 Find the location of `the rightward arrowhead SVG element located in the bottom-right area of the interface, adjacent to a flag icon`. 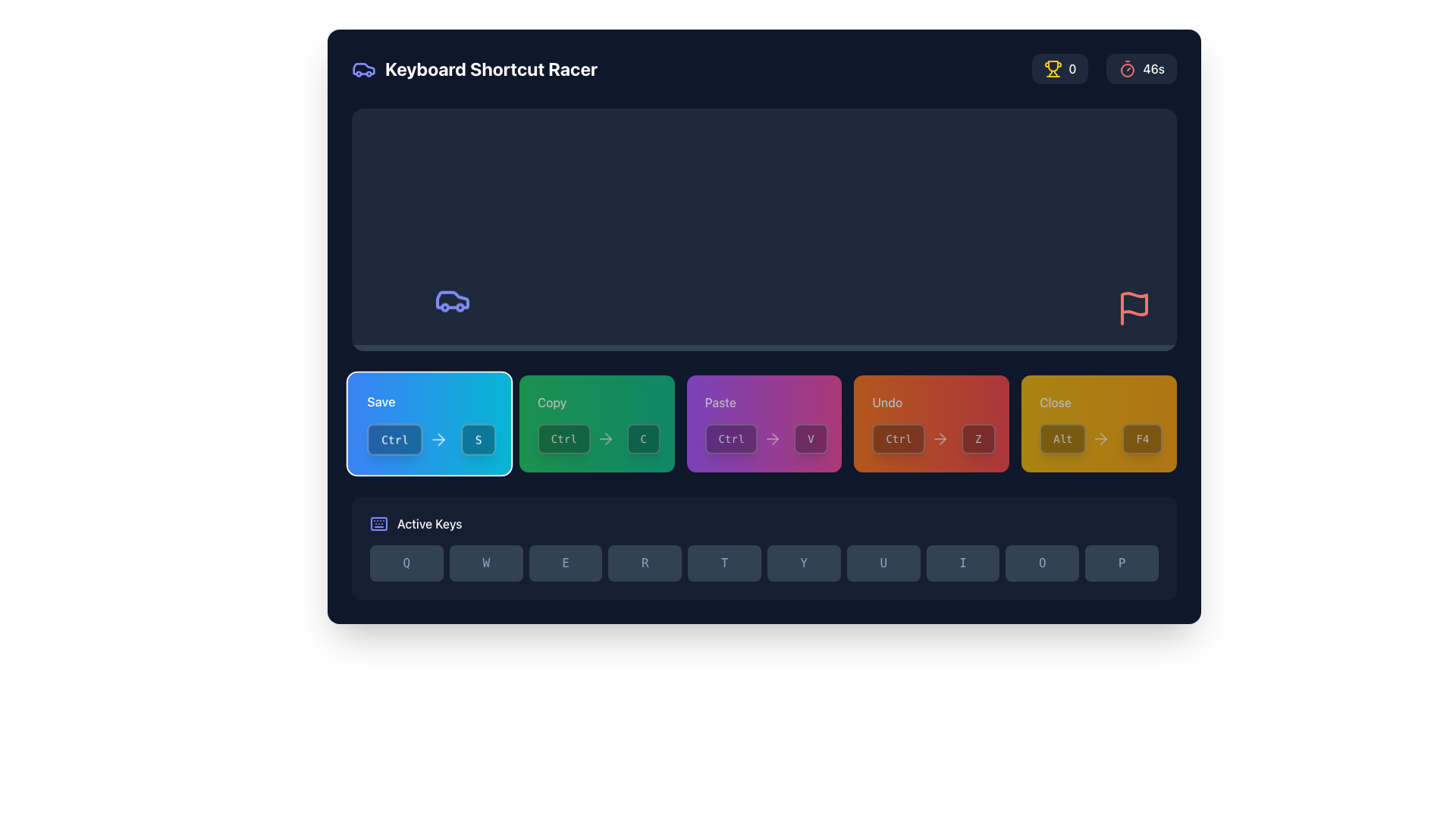

the rightward arrowhead SVG element located in the bottom-right area of the interface, adjacent to a flag icon is located at coordinates (942, 438).